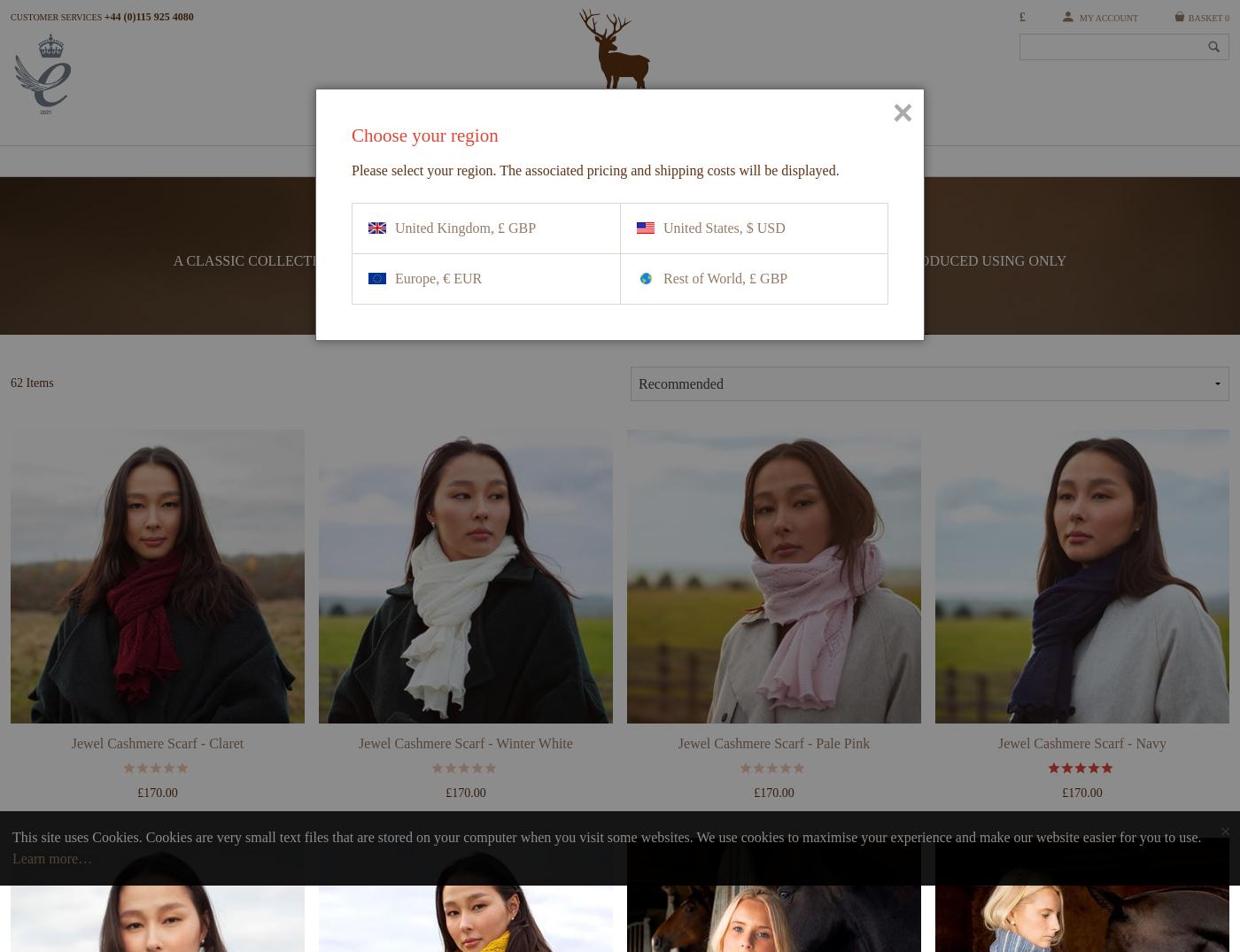  I want to click on 'Basket 0', so click(1208, 17).